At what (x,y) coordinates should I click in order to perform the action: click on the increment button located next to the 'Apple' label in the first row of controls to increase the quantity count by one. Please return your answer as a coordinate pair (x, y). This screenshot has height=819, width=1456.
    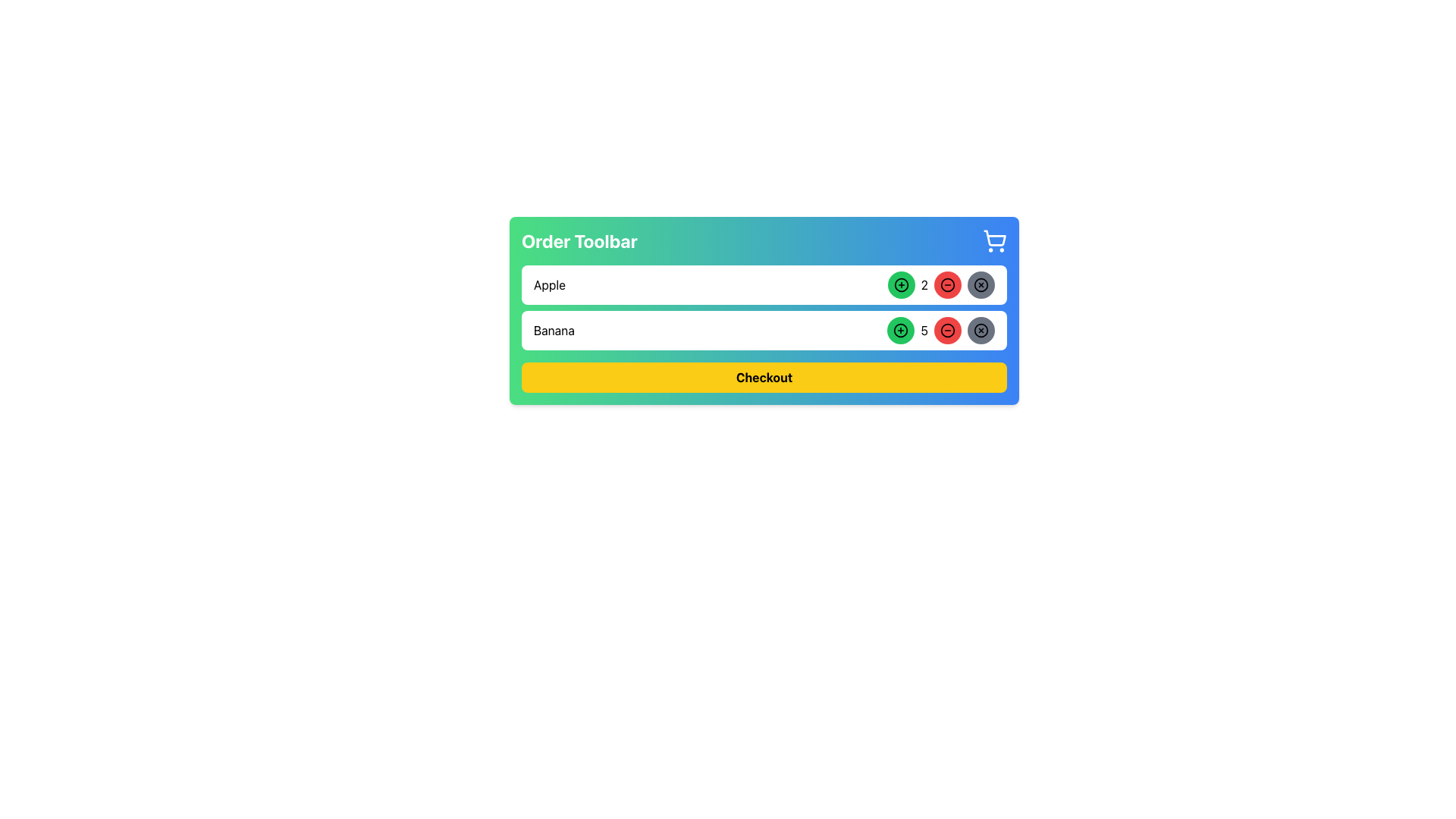
    Looking at the image, I should click on (901, 284).